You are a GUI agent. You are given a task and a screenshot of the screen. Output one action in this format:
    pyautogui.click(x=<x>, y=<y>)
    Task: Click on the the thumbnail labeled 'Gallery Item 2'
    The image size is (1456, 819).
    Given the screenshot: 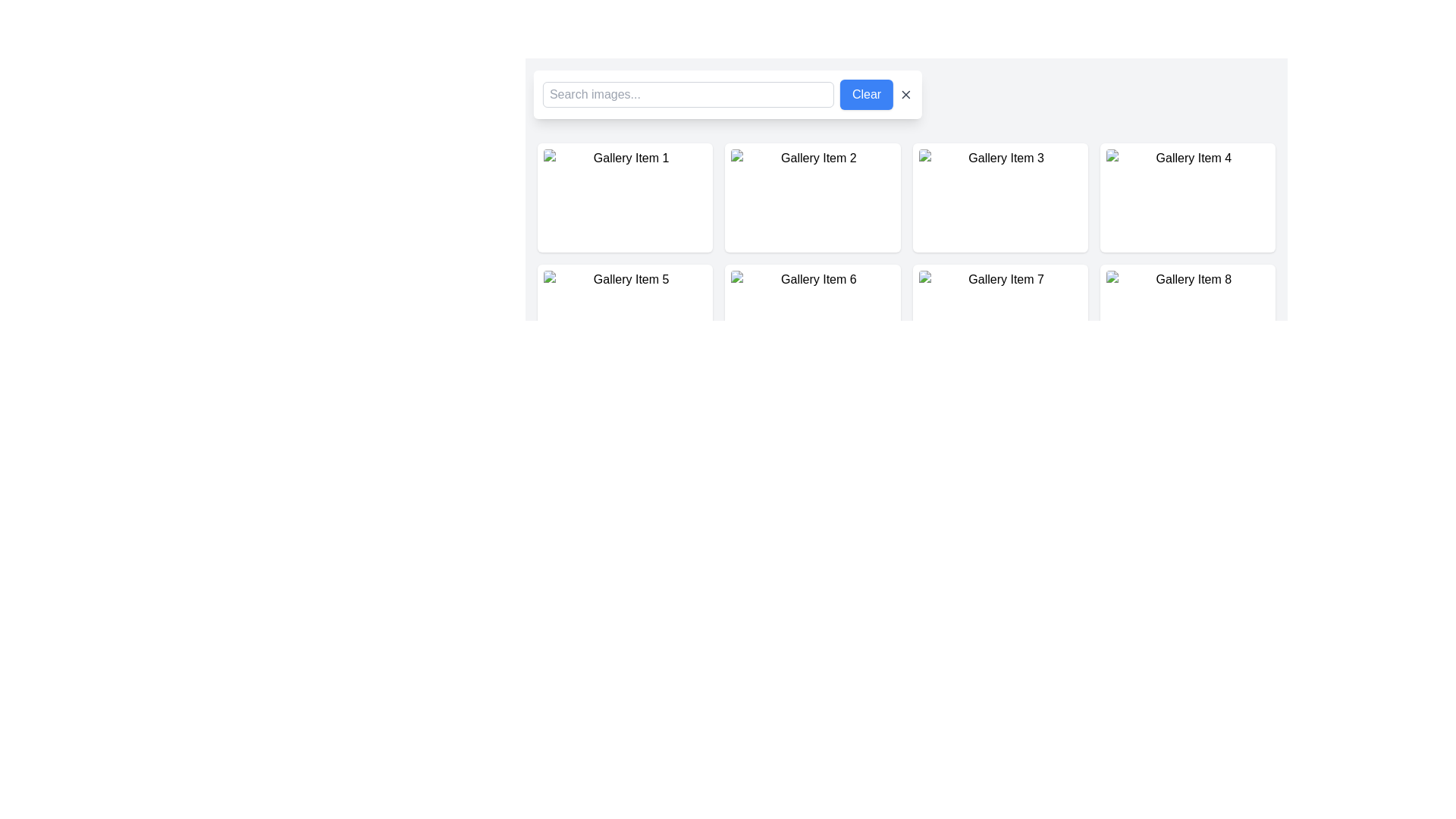 What is the action you would take?
    pyautogui.click(x=811, y=197)
    